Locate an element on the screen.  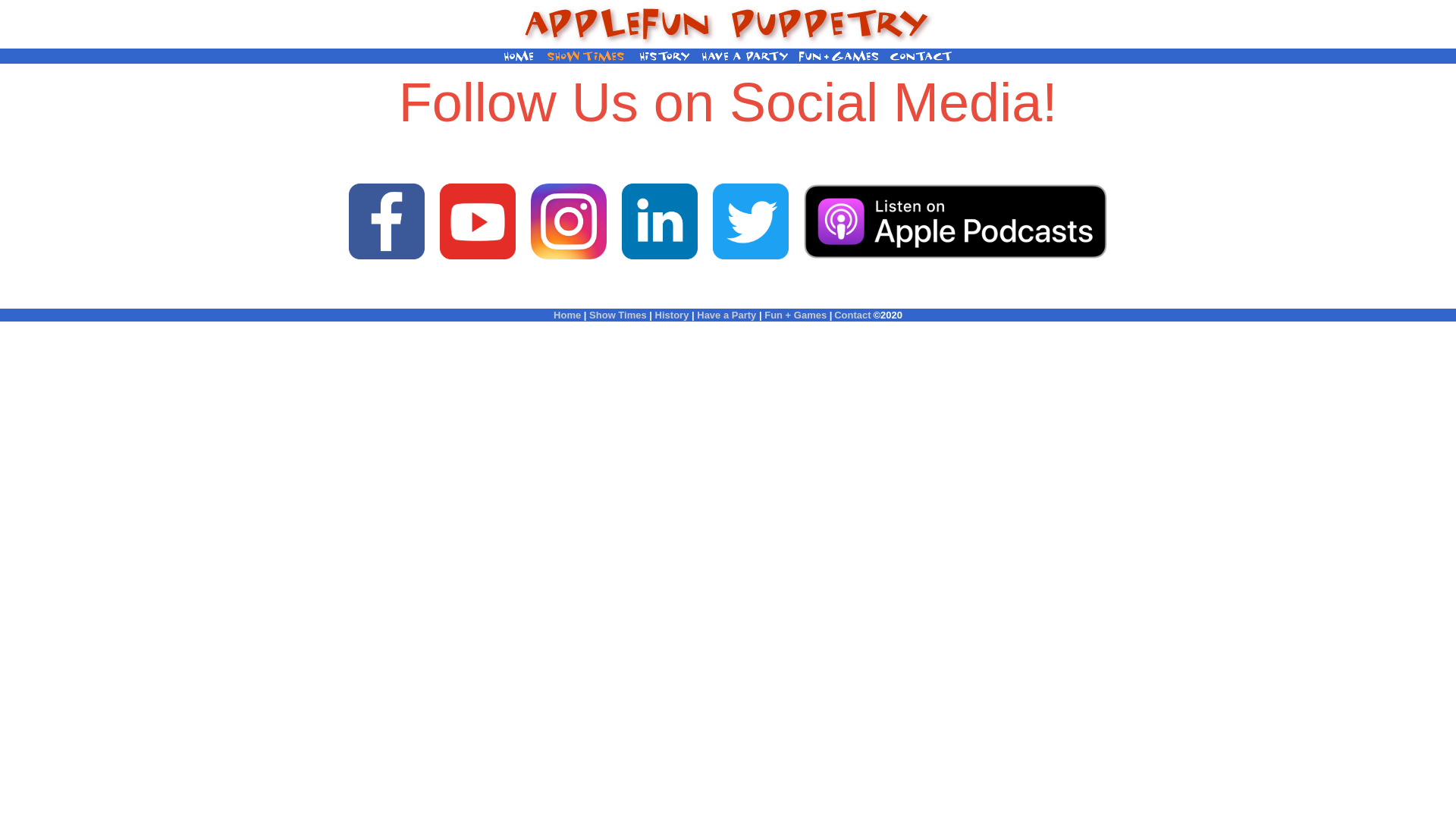
'Contact' is located at coordinates (852, 315).